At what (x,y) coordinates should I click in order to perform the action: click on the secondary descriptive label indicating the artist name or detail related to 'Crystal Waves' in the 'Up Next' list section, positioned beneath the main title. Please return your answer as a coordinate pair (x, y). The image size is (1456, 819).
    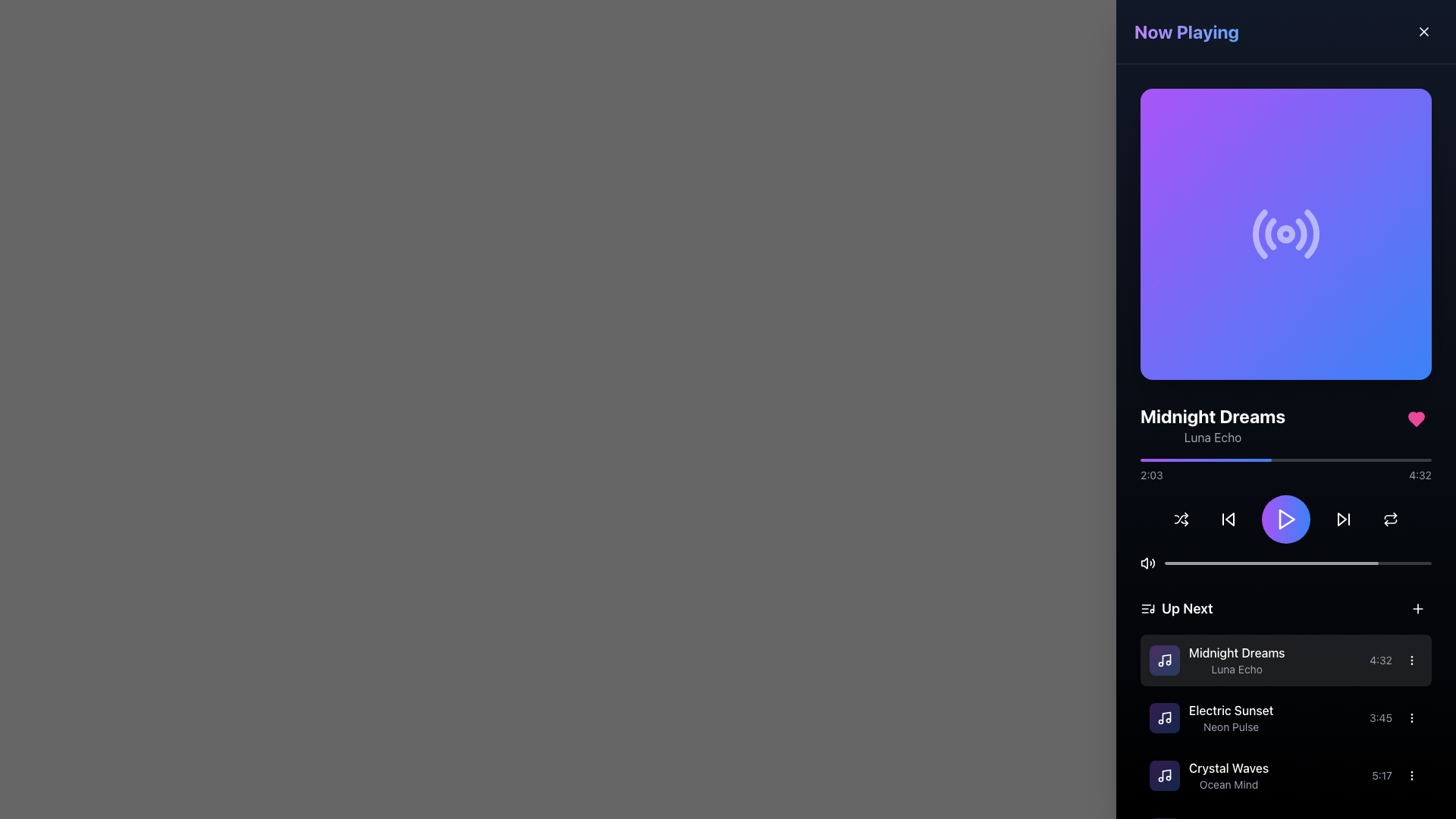
    Looking at the image, I should click on (1228, 784).